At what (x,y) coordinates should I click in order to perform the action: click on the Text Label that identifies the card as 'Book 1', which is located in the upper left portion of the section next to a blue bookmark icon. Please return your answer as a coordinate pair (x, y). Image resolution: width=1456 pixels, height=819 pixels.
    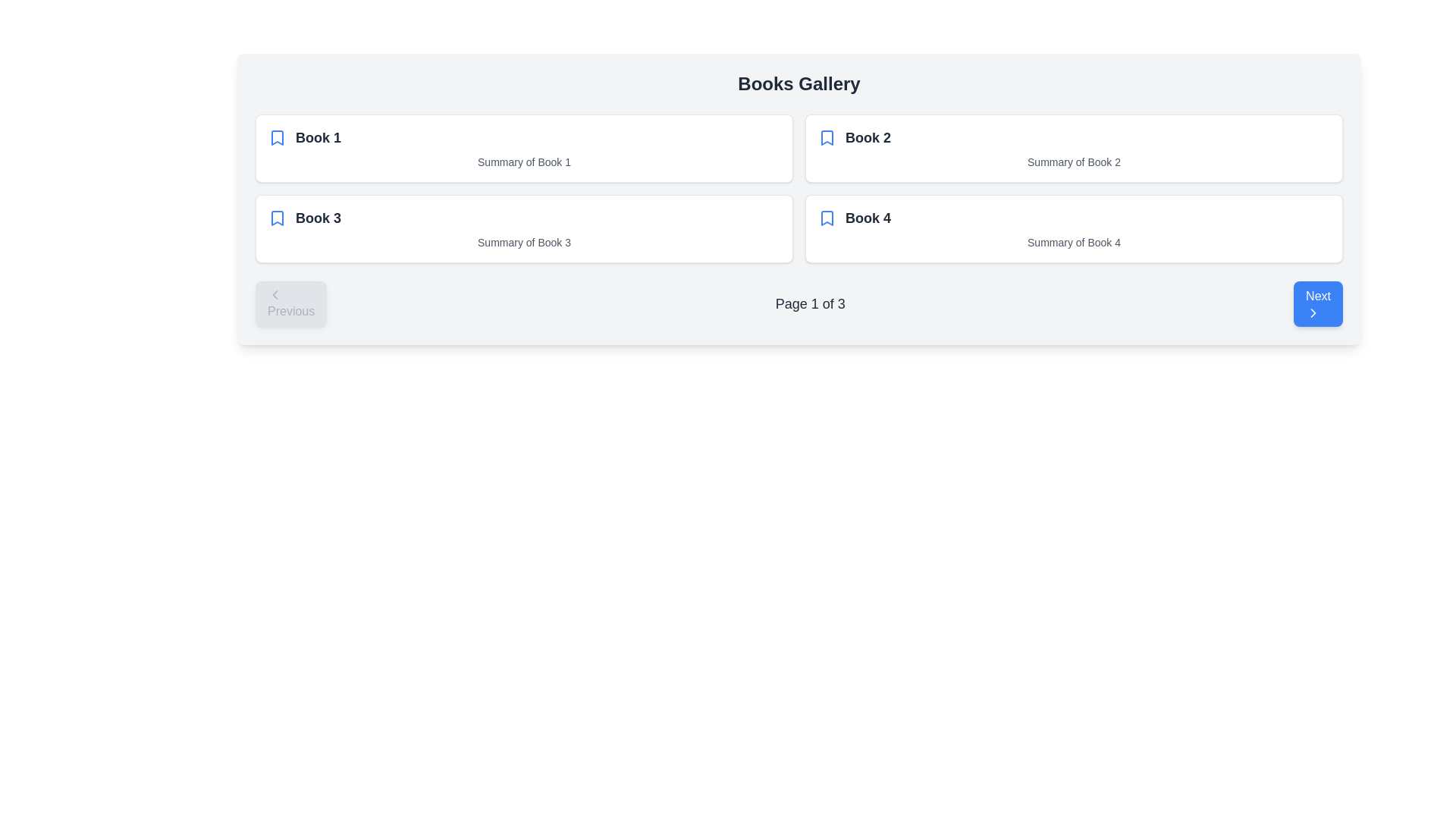
    Looking at the image, I should click on (318, 137).